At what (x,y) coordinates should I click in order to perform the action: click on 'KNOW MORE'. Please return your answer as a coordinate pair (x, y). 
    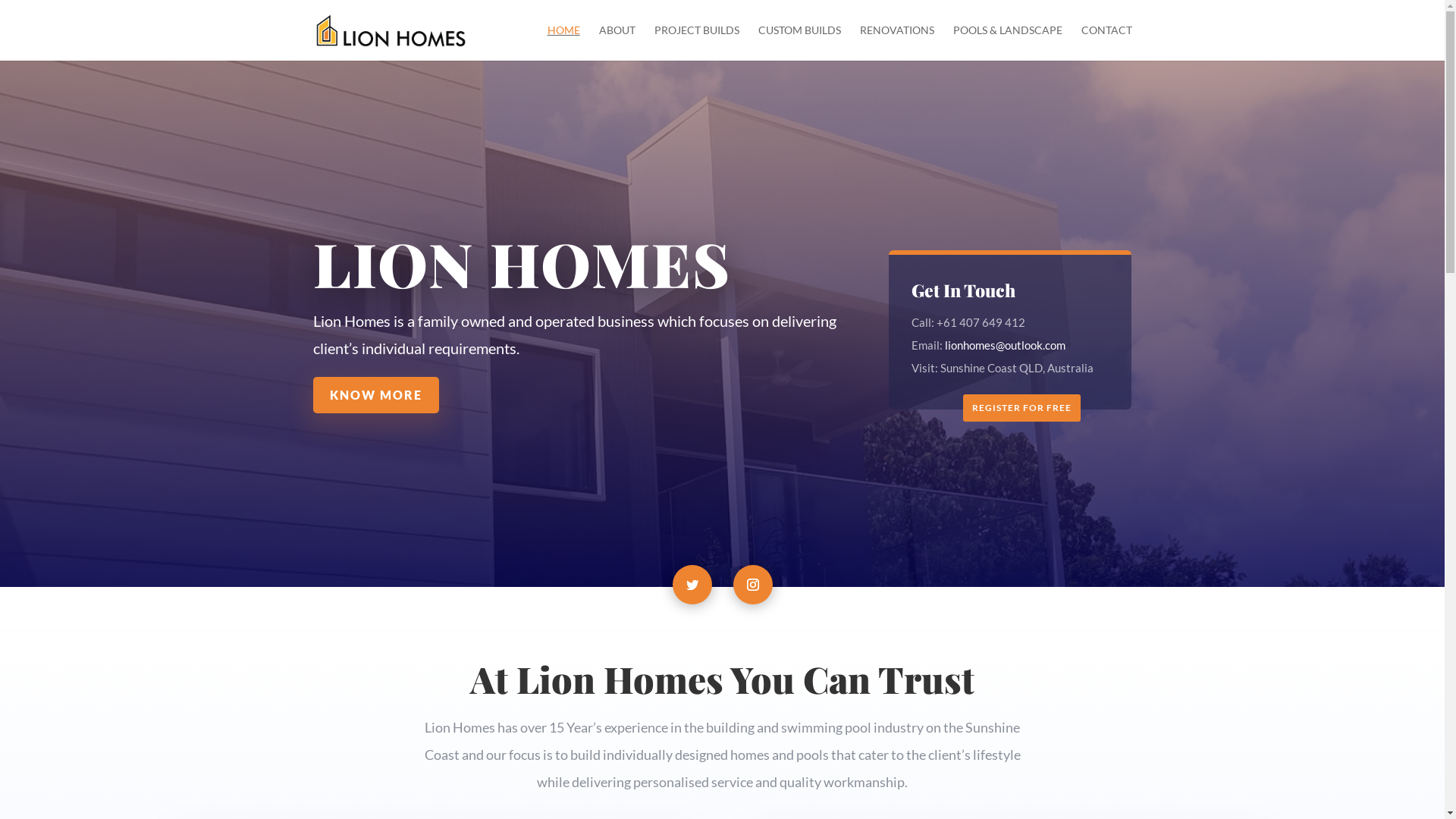
    Looking at the image, I should click on (312, 394).